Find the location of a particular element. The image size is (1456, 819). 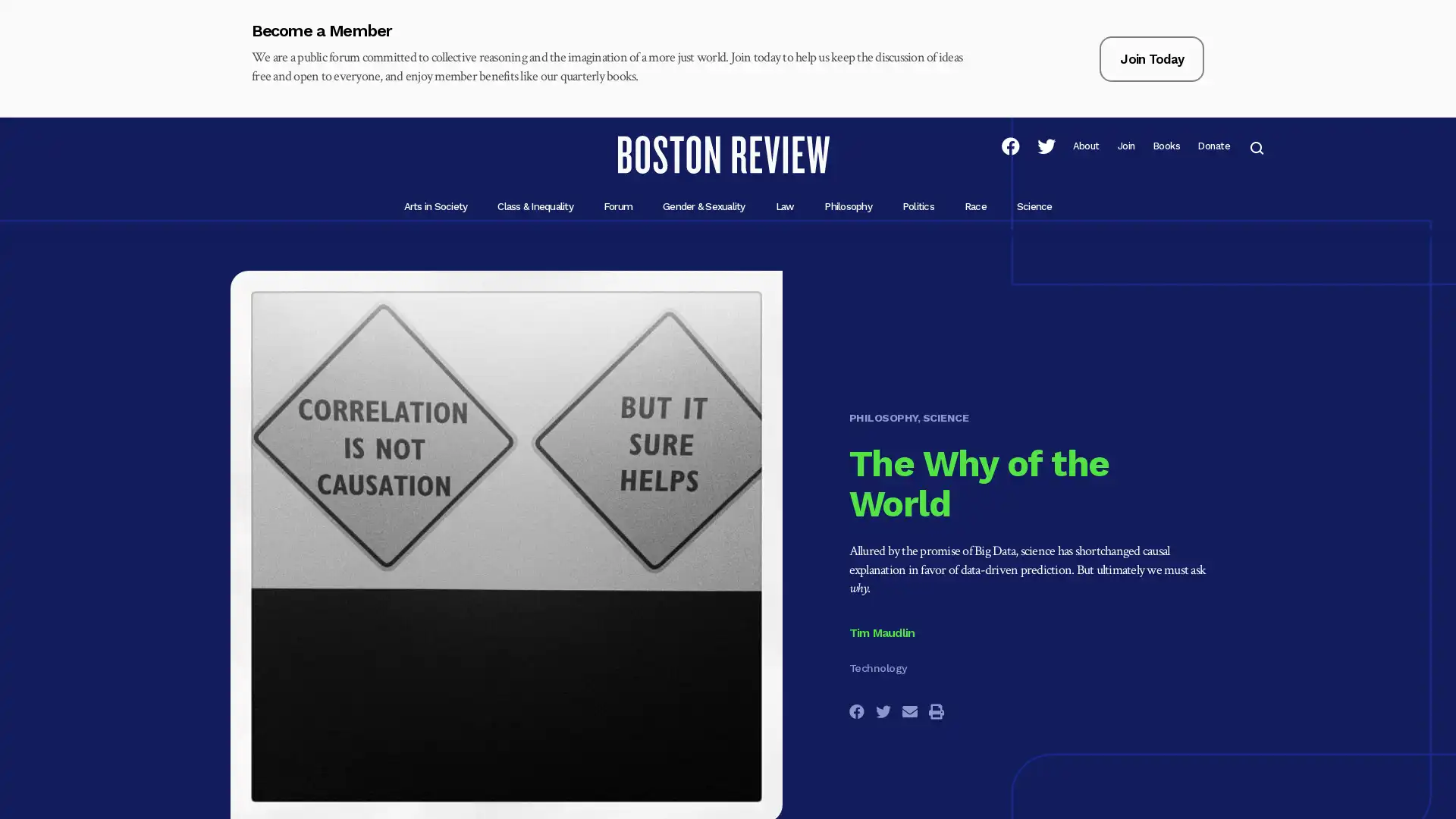

Join Today is located at coordinates (1151, 58).